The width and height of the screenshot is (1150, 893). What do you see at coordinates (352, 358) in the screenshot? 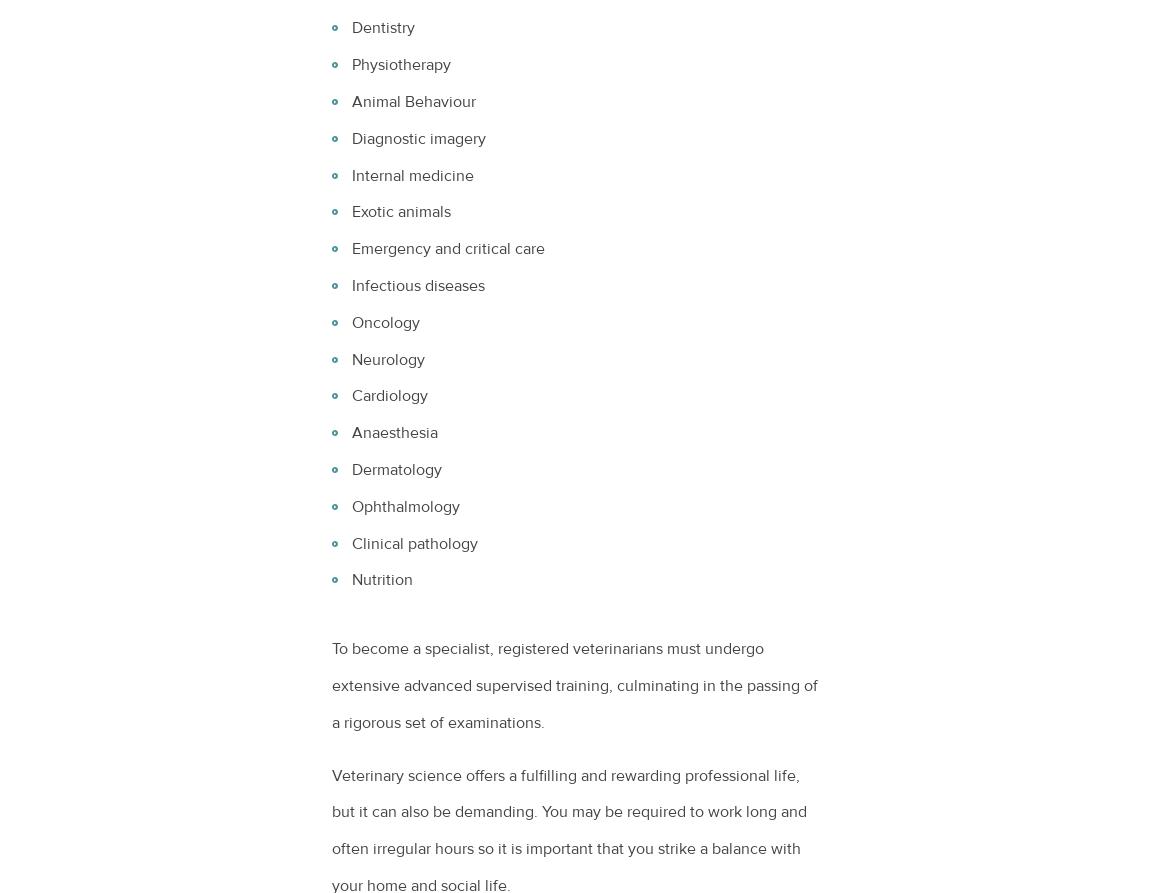
I see `'Neurology'` at bounding box center [352, 358].